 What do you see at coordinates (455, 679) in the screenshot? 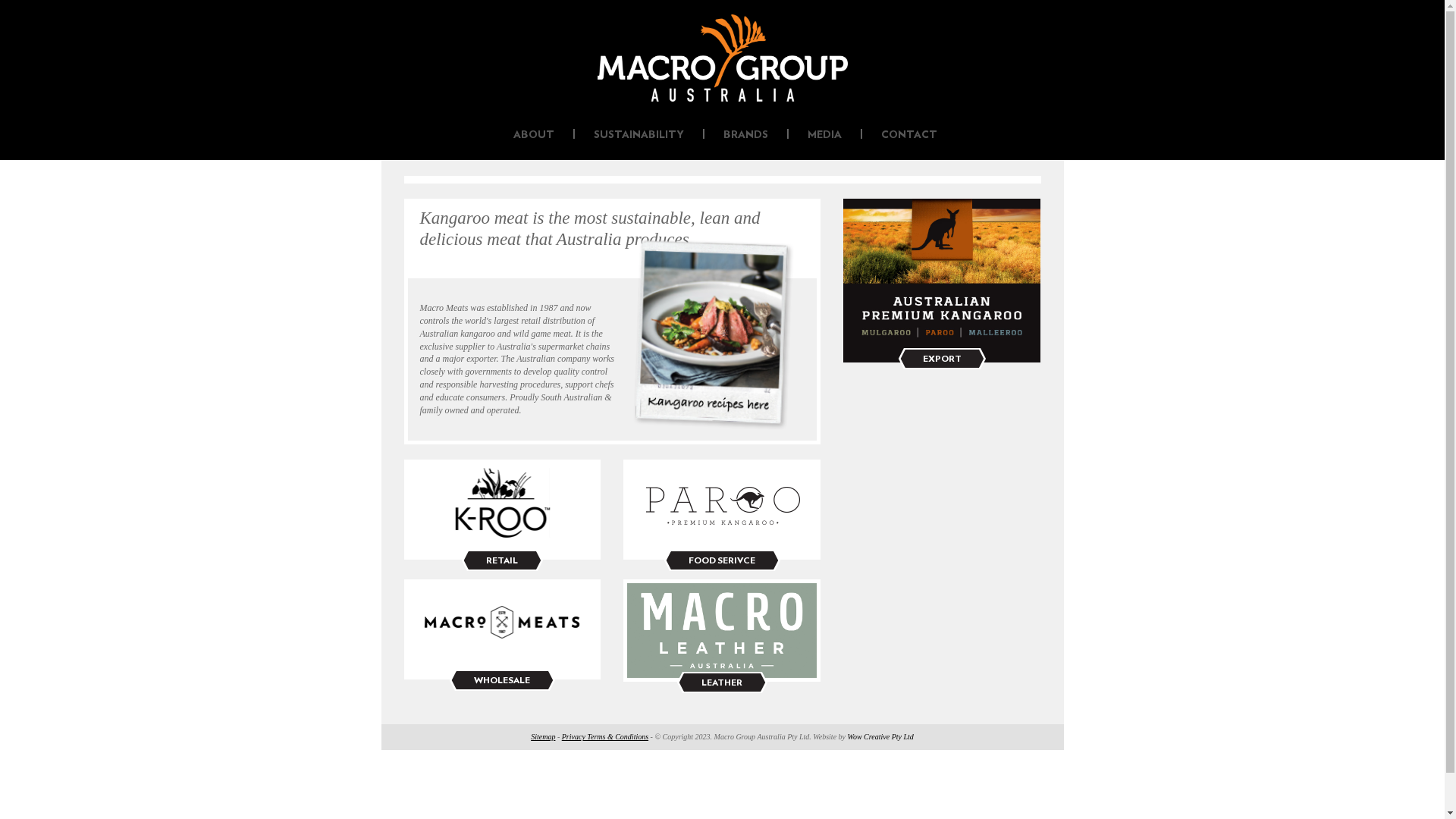
I see `'WHOLESALE'` at bounding box center [455, 679].